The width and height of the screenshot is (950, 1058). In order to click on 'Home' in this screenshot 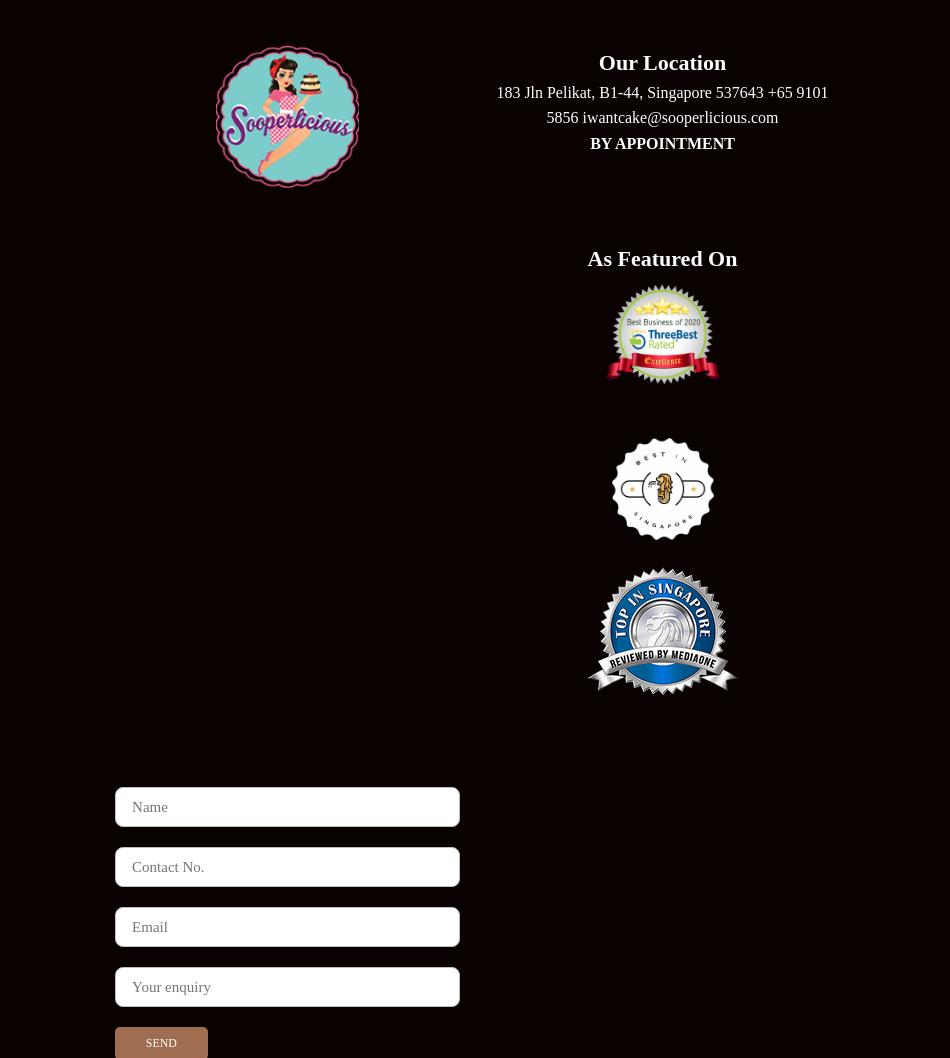, I will do `click(473, 696)`.